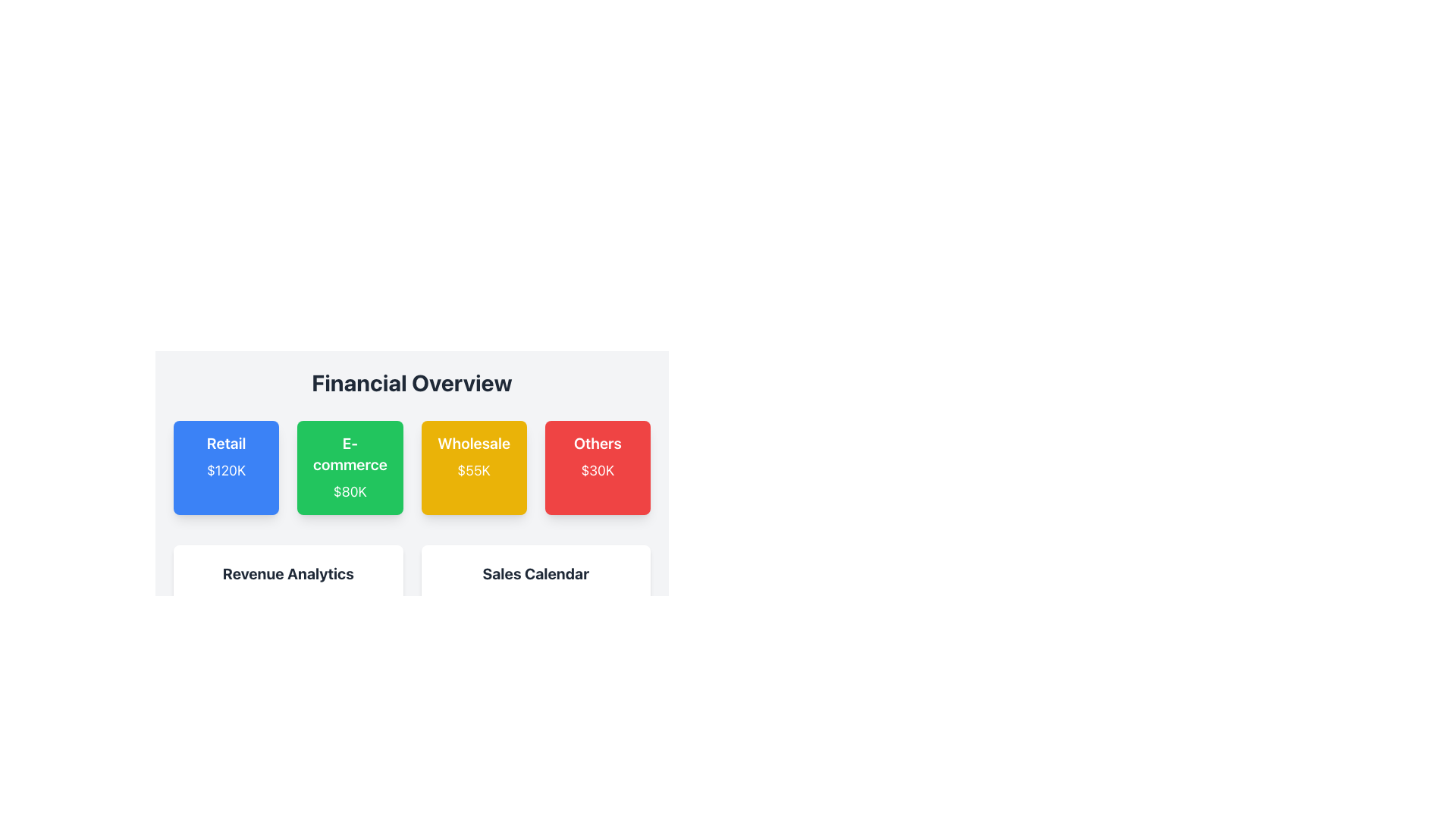 Image resolution: width=1456 pixels, height=819 pixels. What do you see at coordinates (473, 470) in the screenshot?
I see `the text label displaying '$55K' within the 'Wholesale' card, which is positioned below the 'Wholesale' header` at bounding box center [473, 470].